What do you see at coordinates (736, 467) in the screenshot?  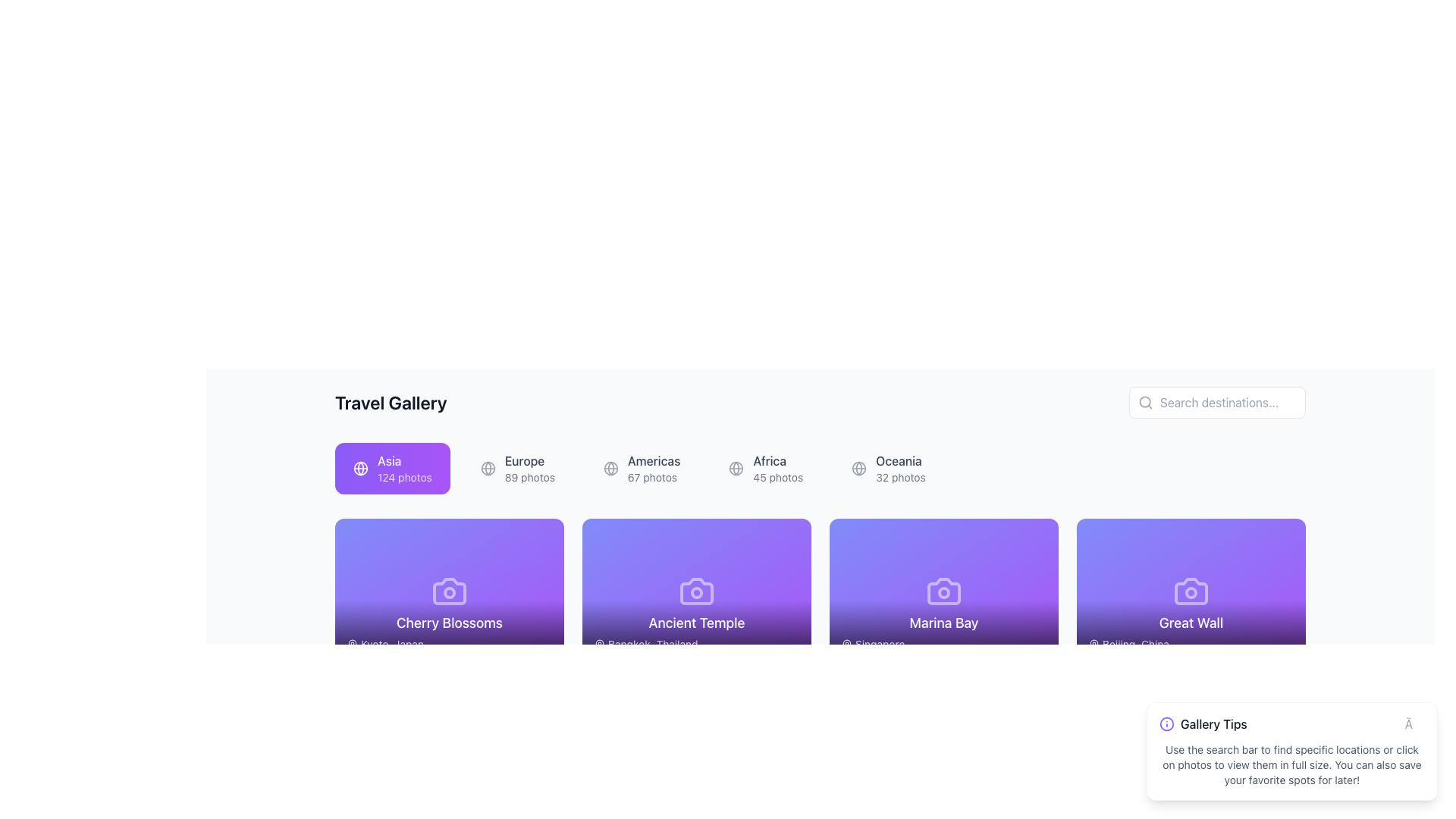 I see `the globe icon representing the 'Africa' category, which is the fourth icon in the horizontal list of travel categories, located between 'Americas' and 'Oceania'` at bounding box center [736, 467].